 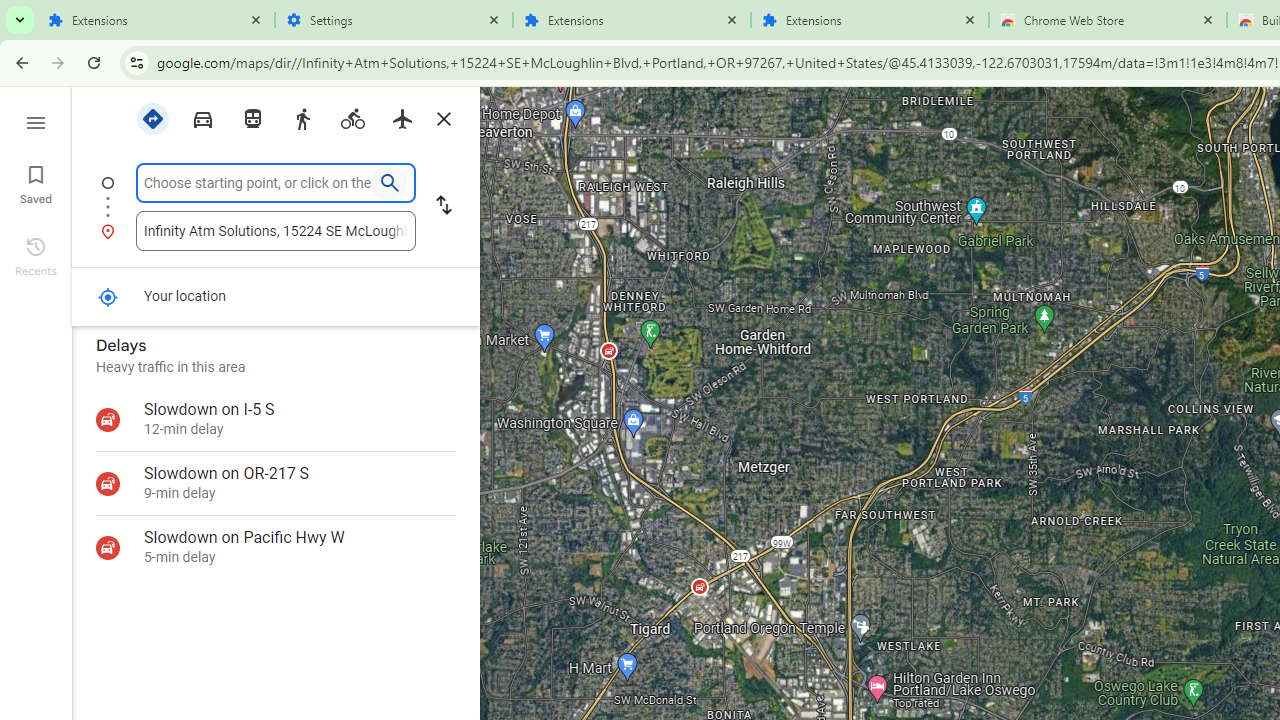 What do you see at coordinates (257, 182) in the screenshot?
I see `'AutomationID: sb_ifc50'` at bounding box center [257, 182].